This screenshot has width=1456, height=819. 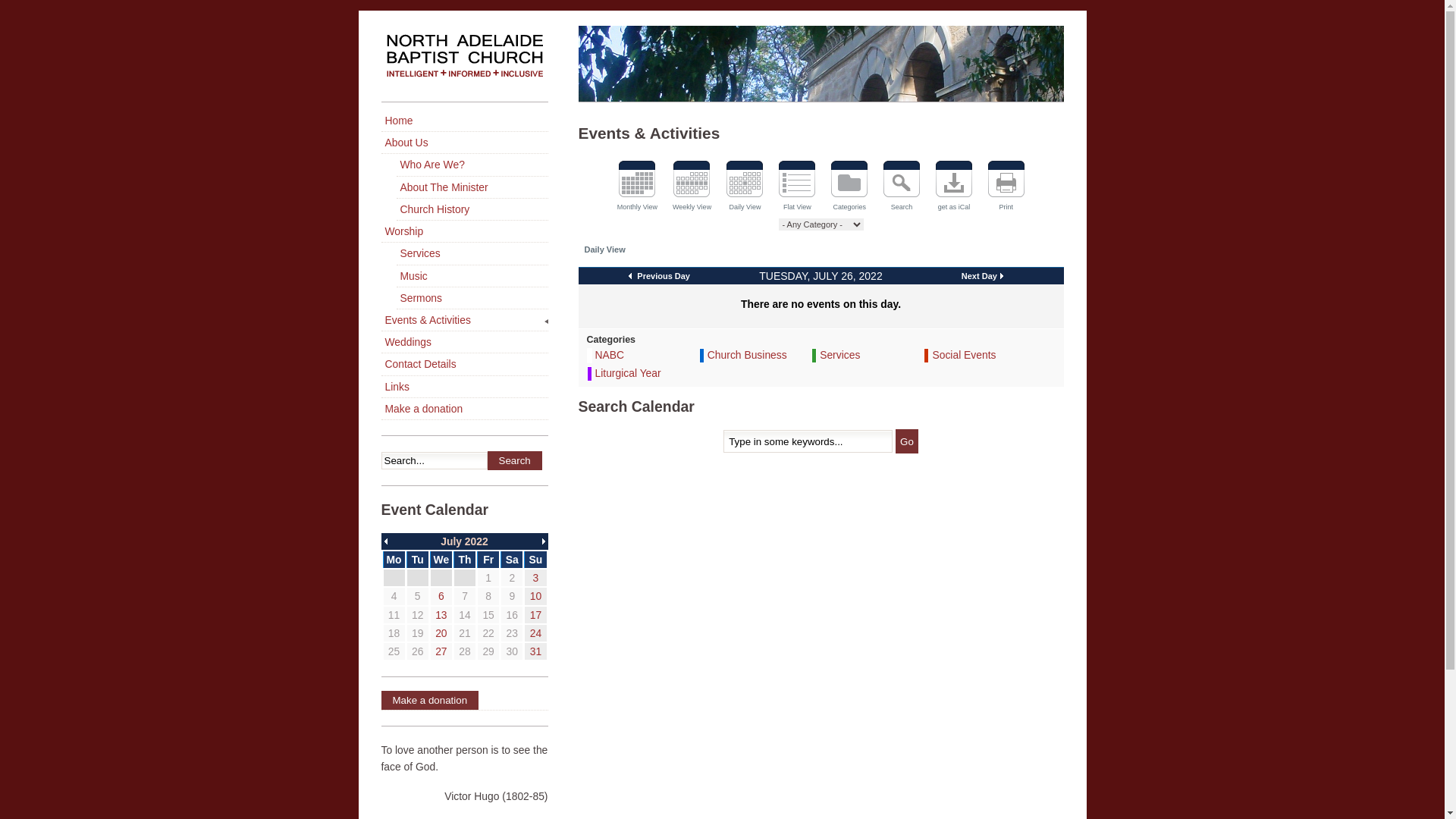 What do you see at coordinates (952, 187) in the screenshot?
I see `'get as iCal'` at bounding box center [952, 187].